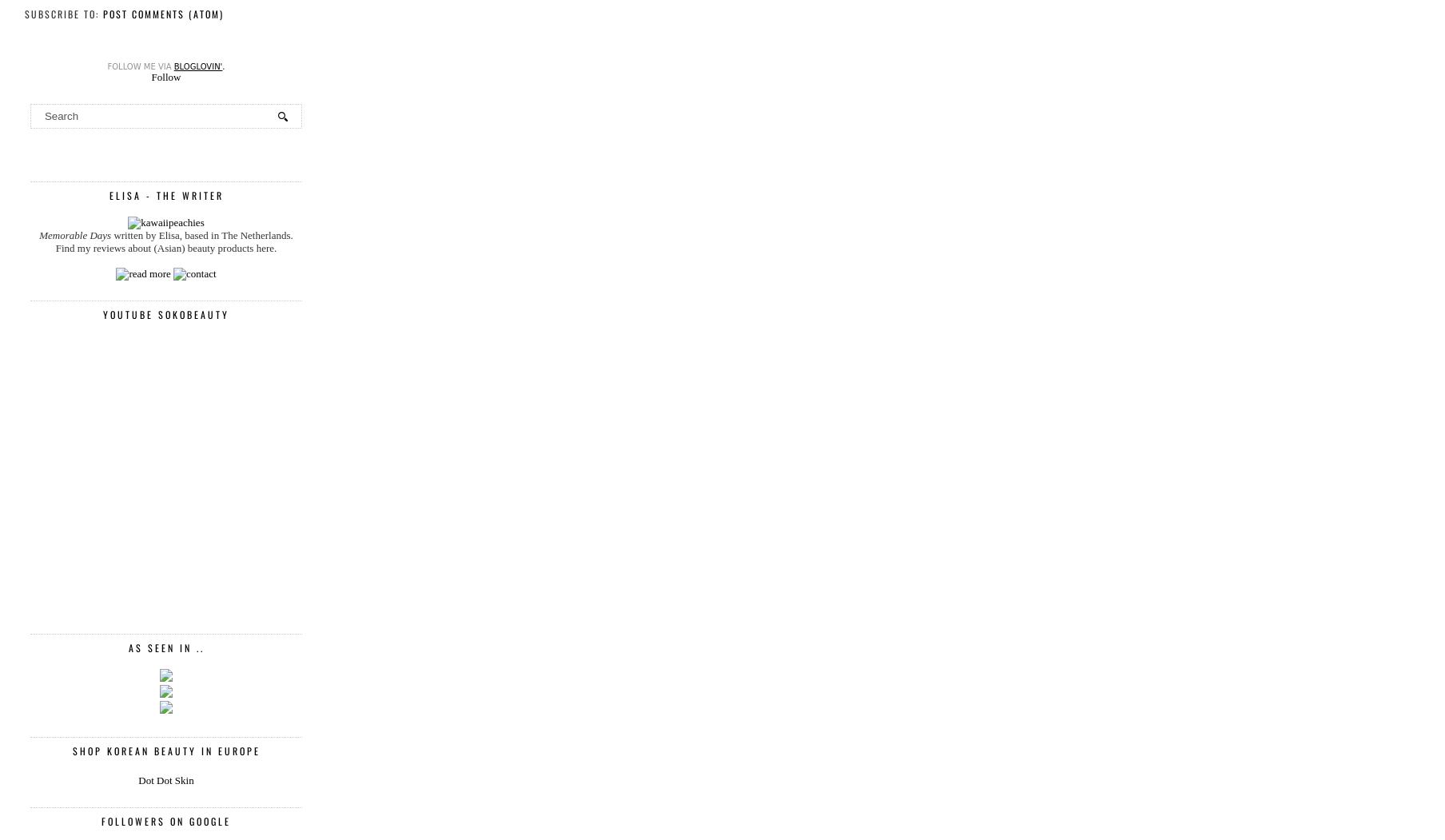 The height and width of the screenshot is (840, 1445). Describe the element at coordinates (163, 14) in the screenshot. I see `'Post Comments (Atom)'` at that location.